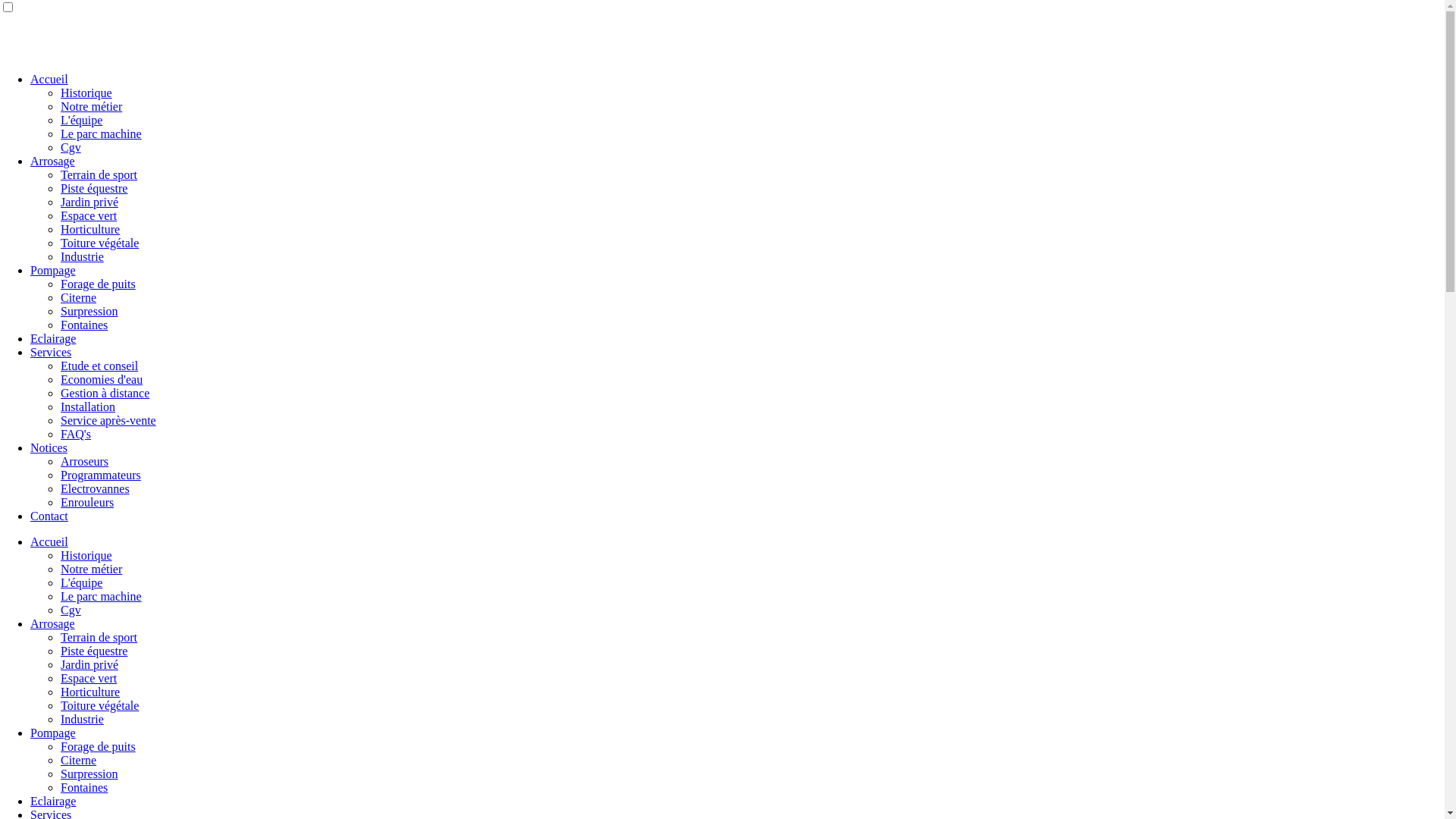 The image size is (1456, 819). What do you see at coordinates (53, 732) in the screenshot?
I see `'Pompage'` at bounding box center [53, 732].